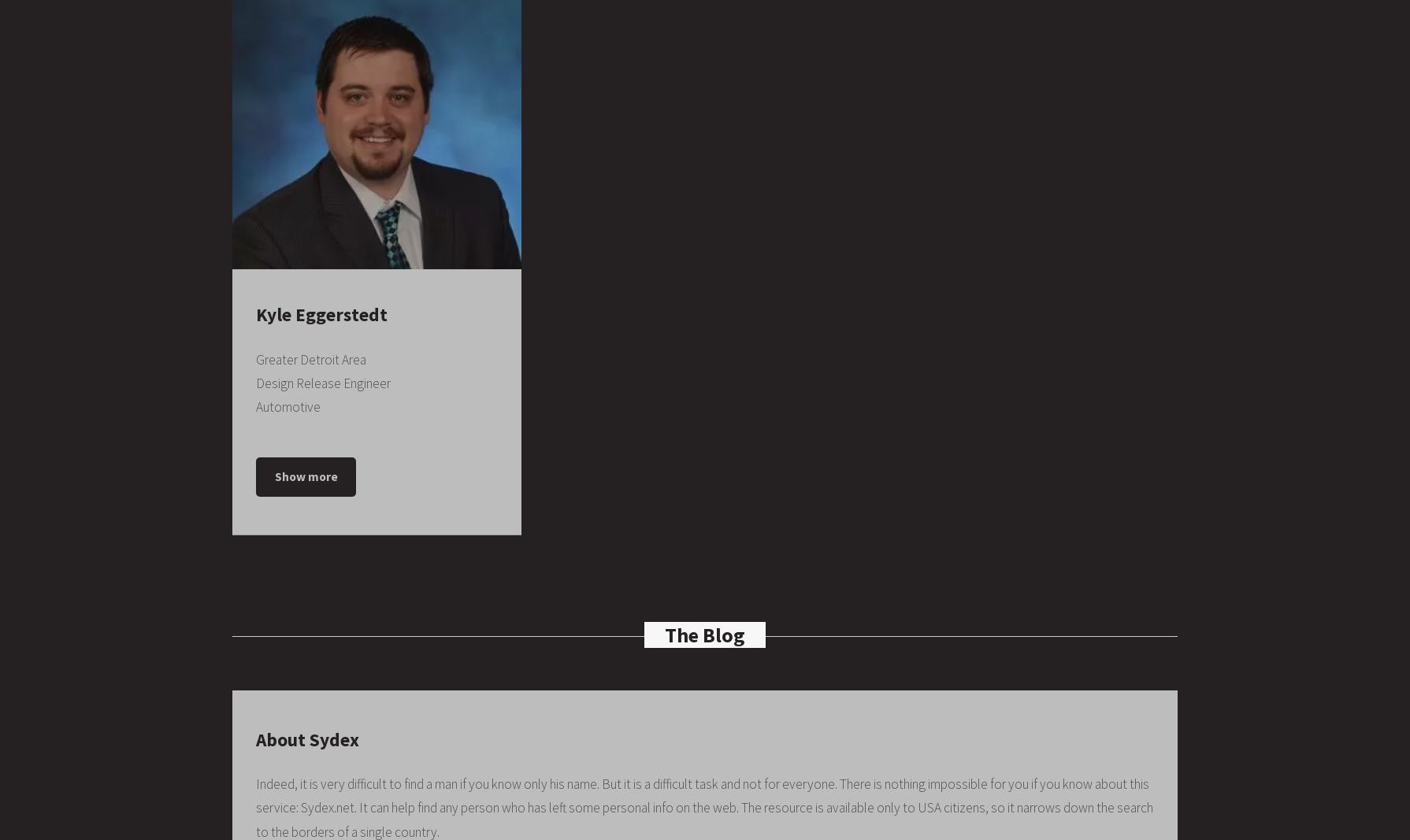  Describe the element at coordinates (369, 683) in the screenshot. I see `'June 2001 – June 2004'` at that location.